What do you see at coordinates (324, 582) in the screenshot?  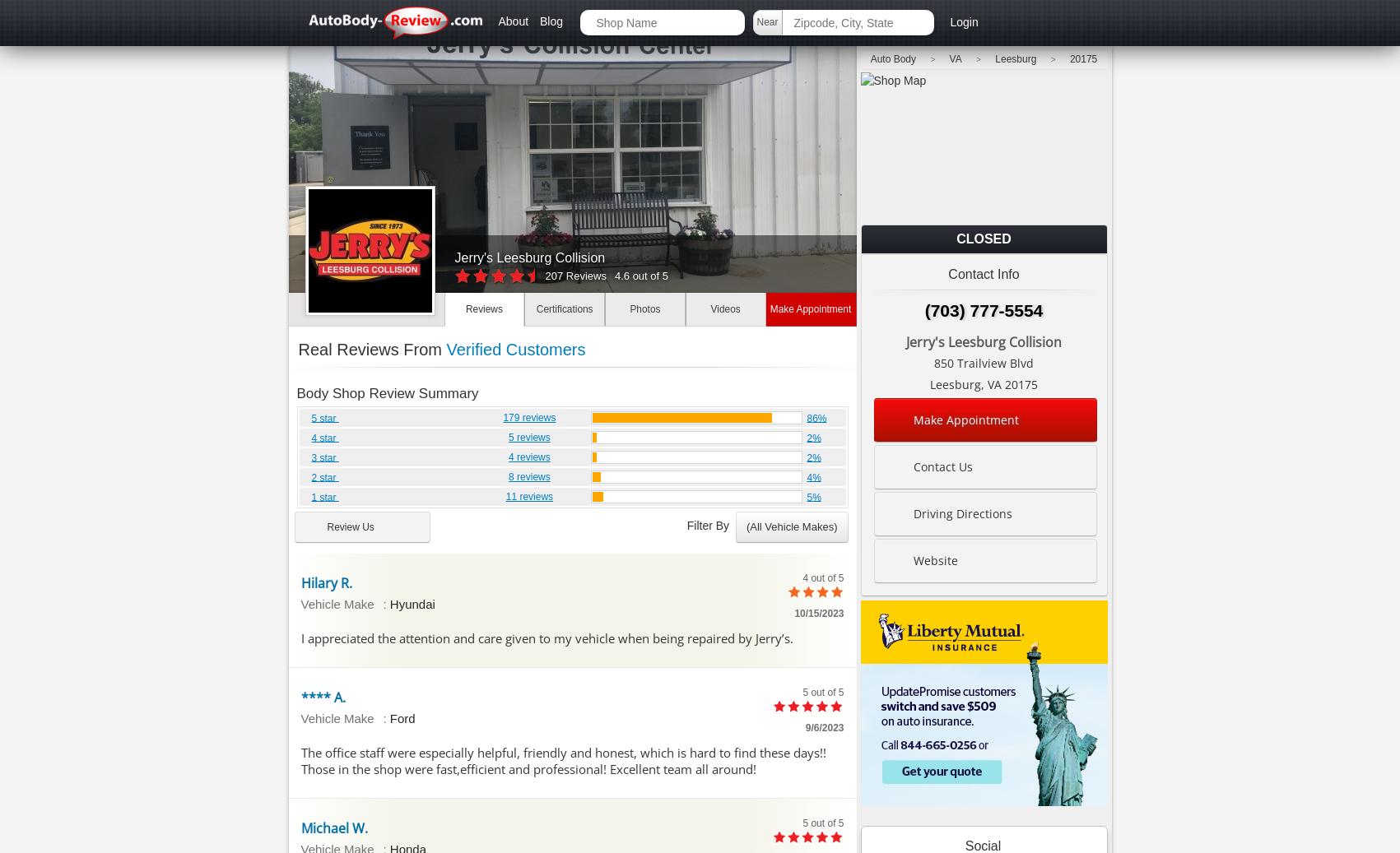 I see `'Hilary R.'` at bounding box center [324, 582].